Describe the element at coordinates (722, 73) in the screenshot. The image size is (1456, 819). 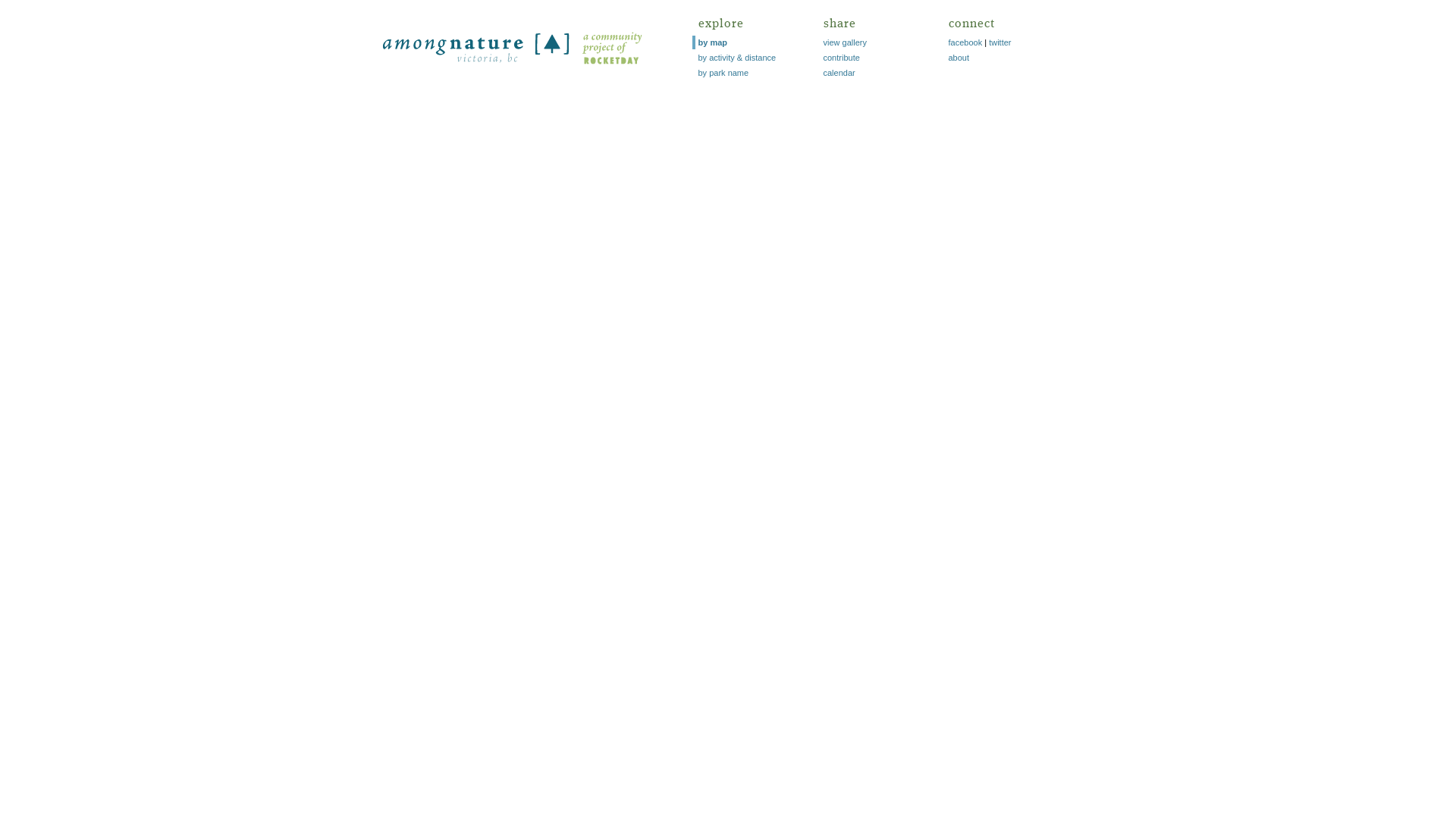
I see `'by park name'` at that location.